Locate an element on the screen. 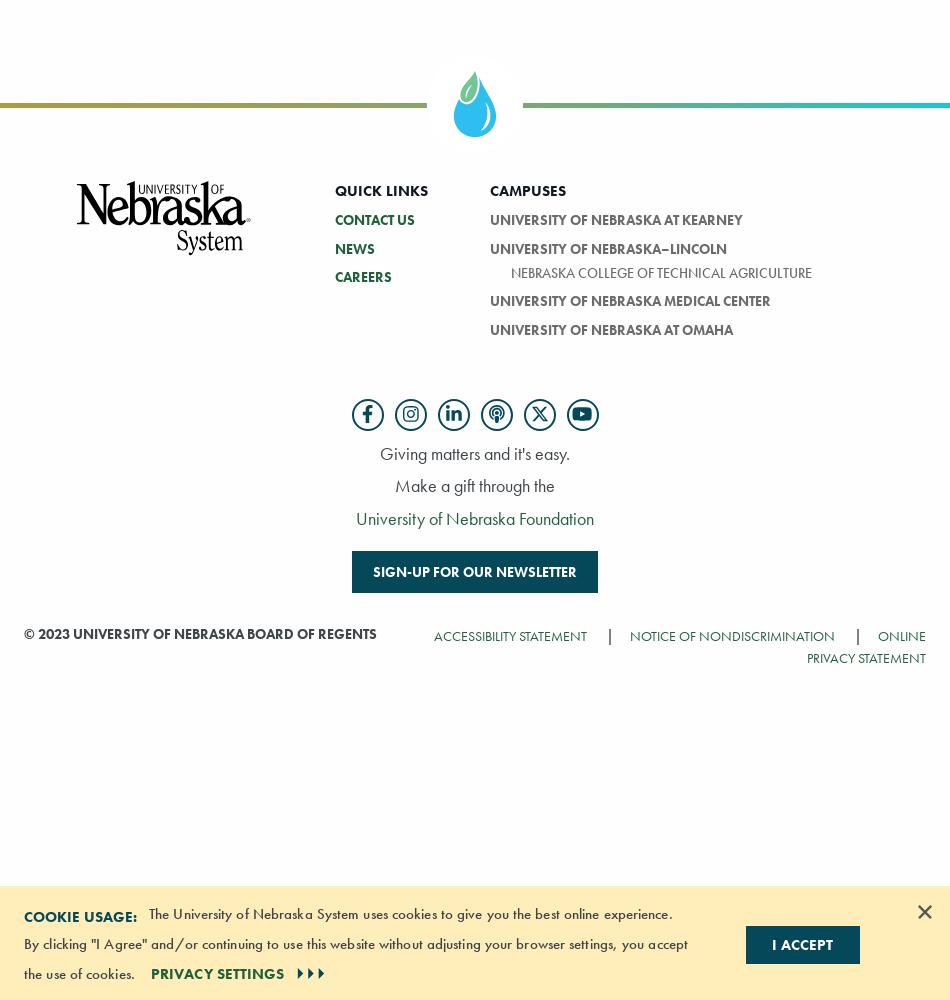  'University of Nebraska at Kearney' is located at coordinates (488, 218).